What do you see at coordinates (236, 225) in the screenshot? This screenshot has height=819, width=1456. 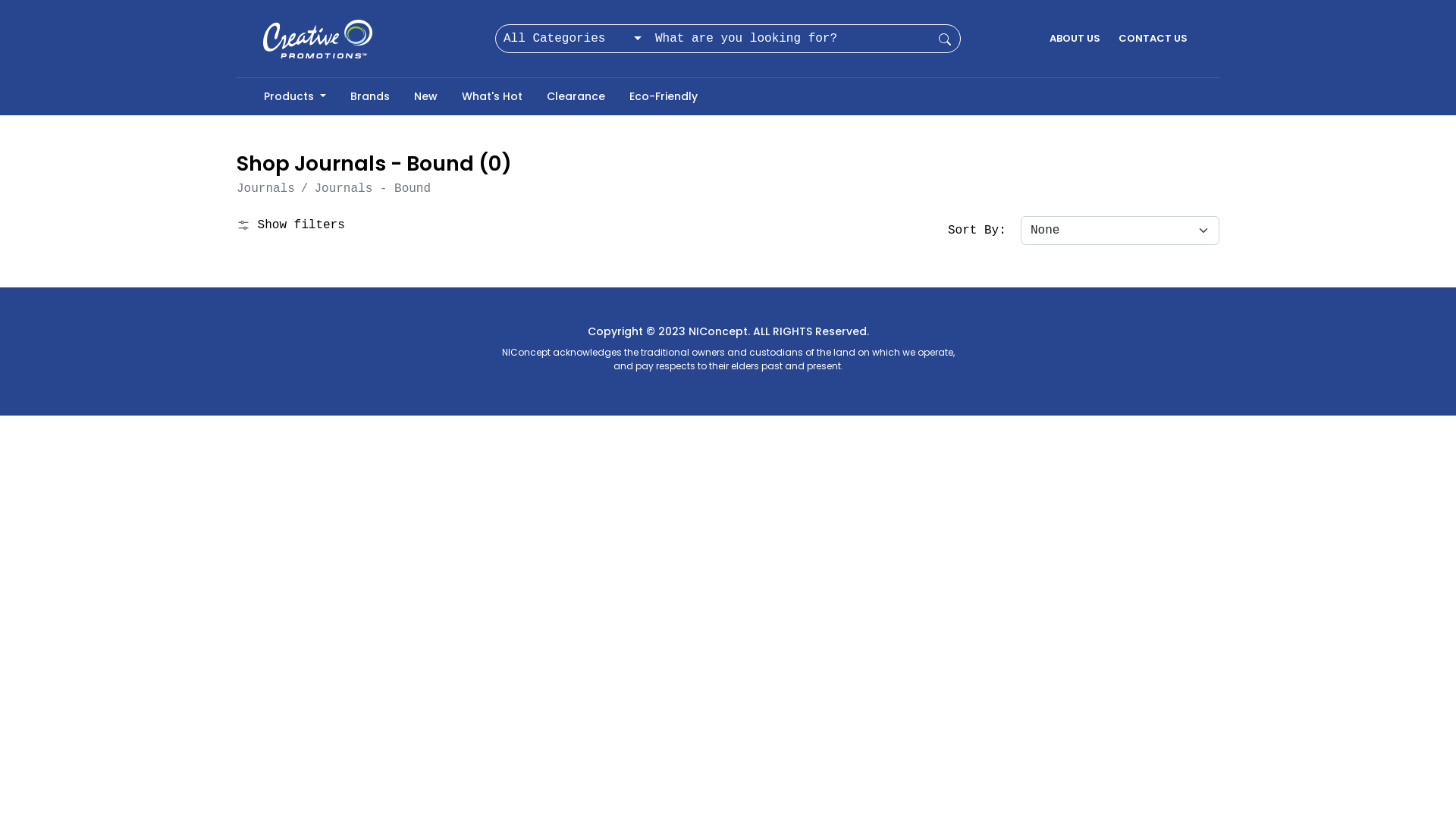 I see `'Show filters'` at bounding box center [236, 225].